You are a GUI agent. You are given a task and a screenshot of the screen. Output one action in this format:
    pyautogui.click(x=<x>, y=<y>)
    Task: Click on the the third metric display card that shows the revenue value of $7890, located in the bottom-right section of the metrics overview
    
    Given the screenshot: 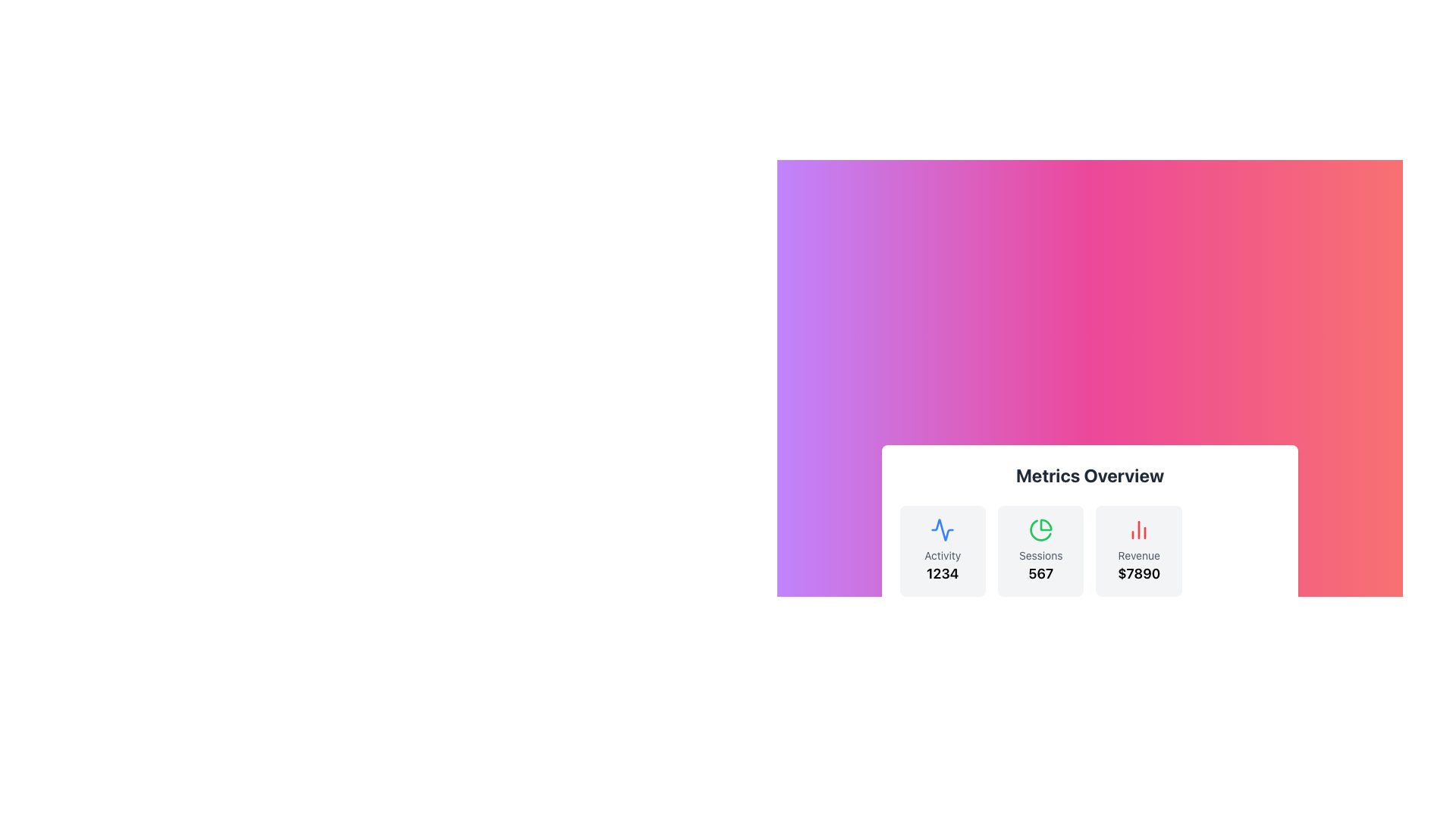 What is the action you would take?
    pyautogui.click(x=1139, y=551)
    